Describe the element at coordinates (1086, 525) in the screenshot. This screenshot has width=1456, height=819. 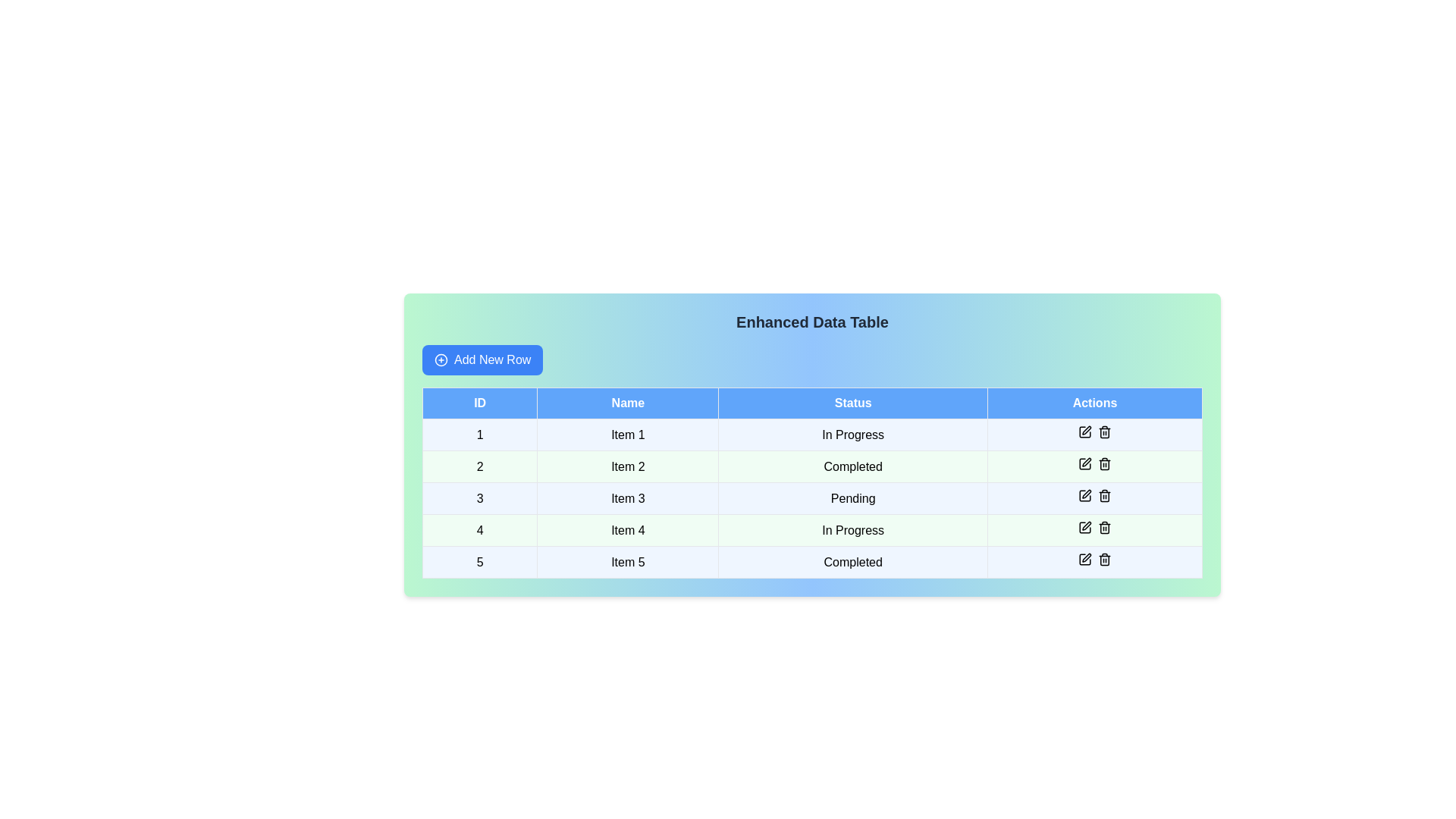
I see `the edit button represented by a pen icon in the 'Actions' column for 'Item 4', located towards the left side adjacent to the trash can icon` at that location.